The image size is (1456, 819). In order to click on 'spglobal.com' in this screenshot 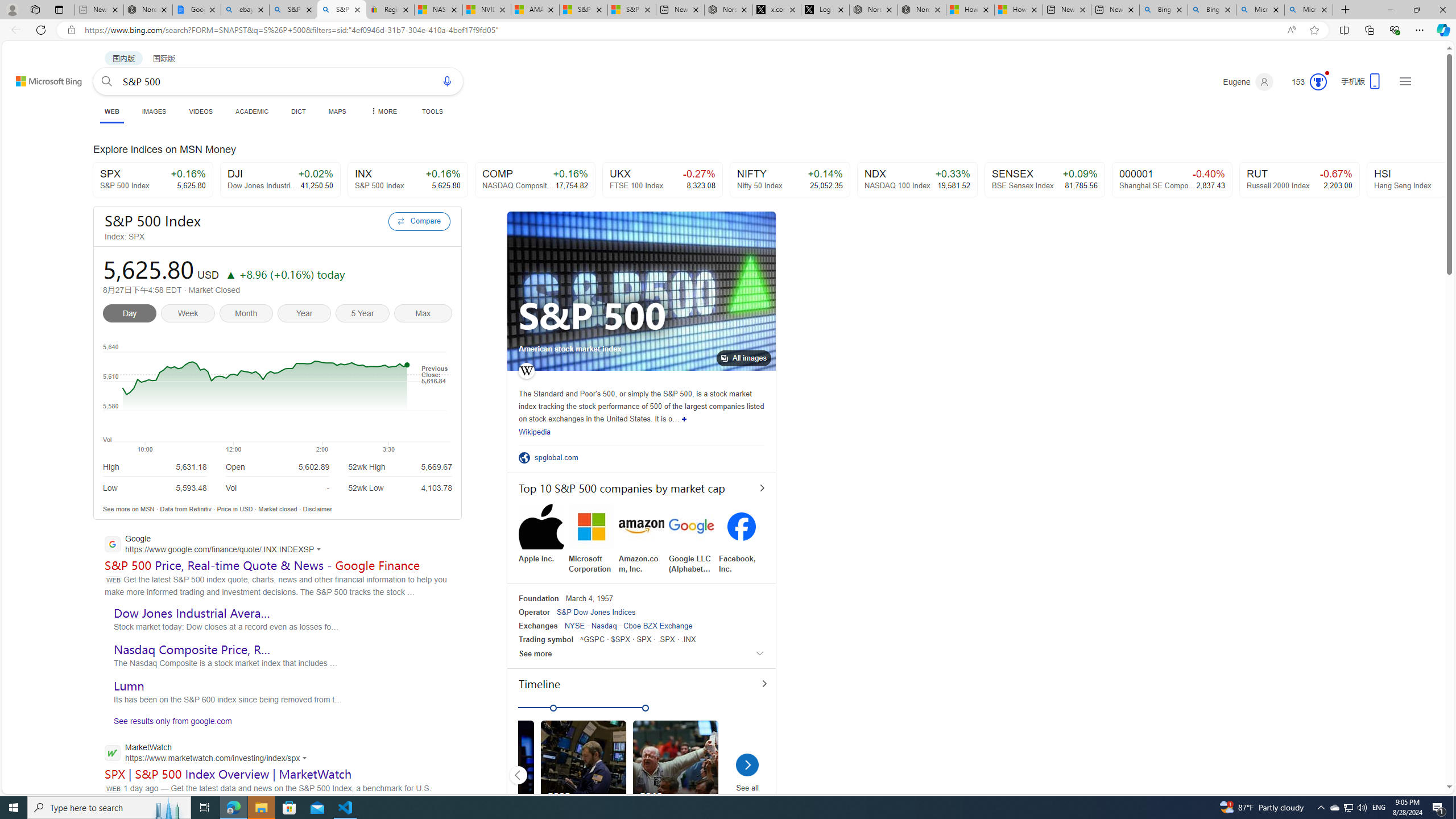, I will do `click(559, 457)`.